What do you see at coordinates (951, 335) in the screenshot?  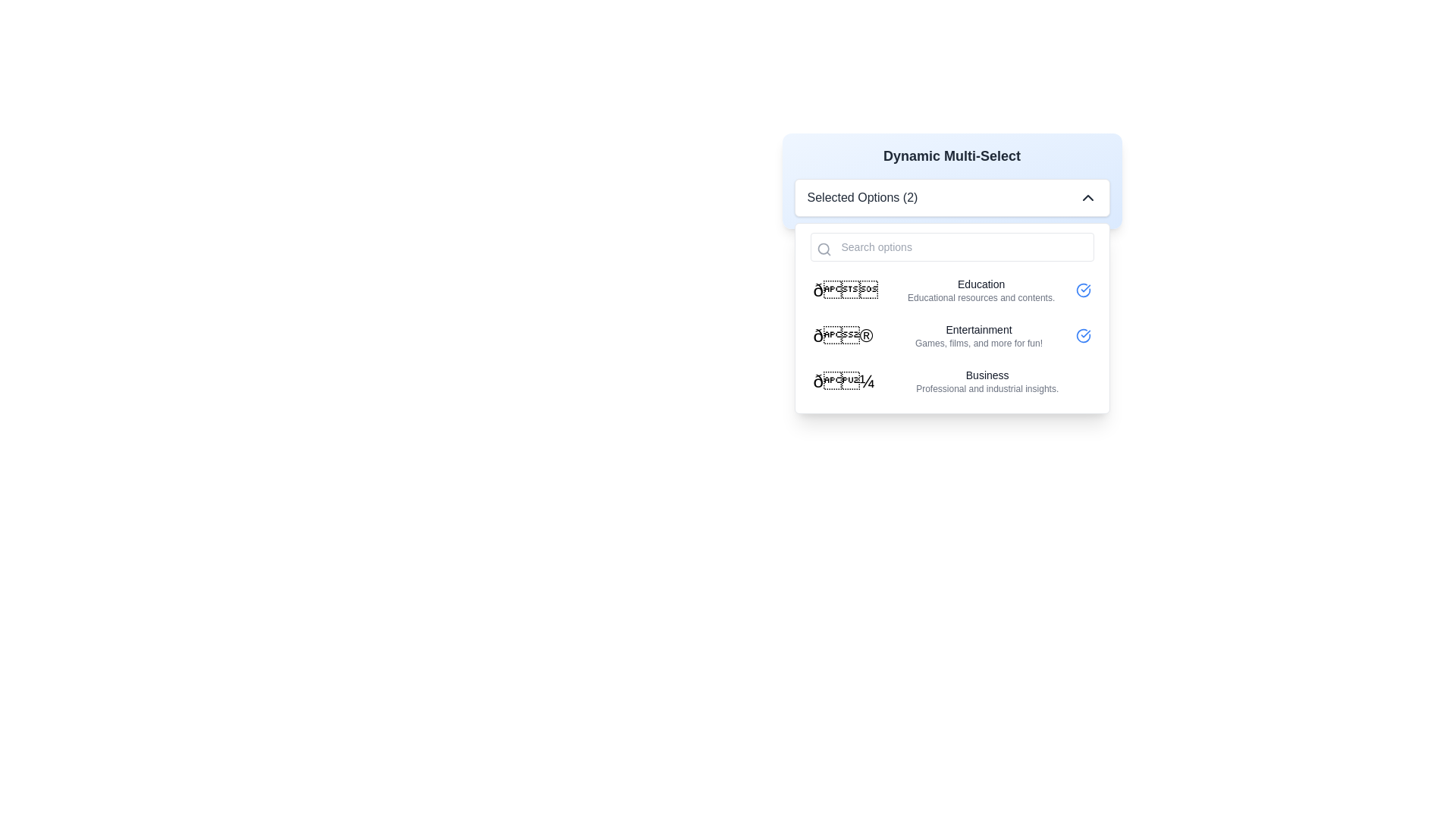 I see `the selectable item titled 'Entertainment' within the dropdown` at bounding box center [951, 335].